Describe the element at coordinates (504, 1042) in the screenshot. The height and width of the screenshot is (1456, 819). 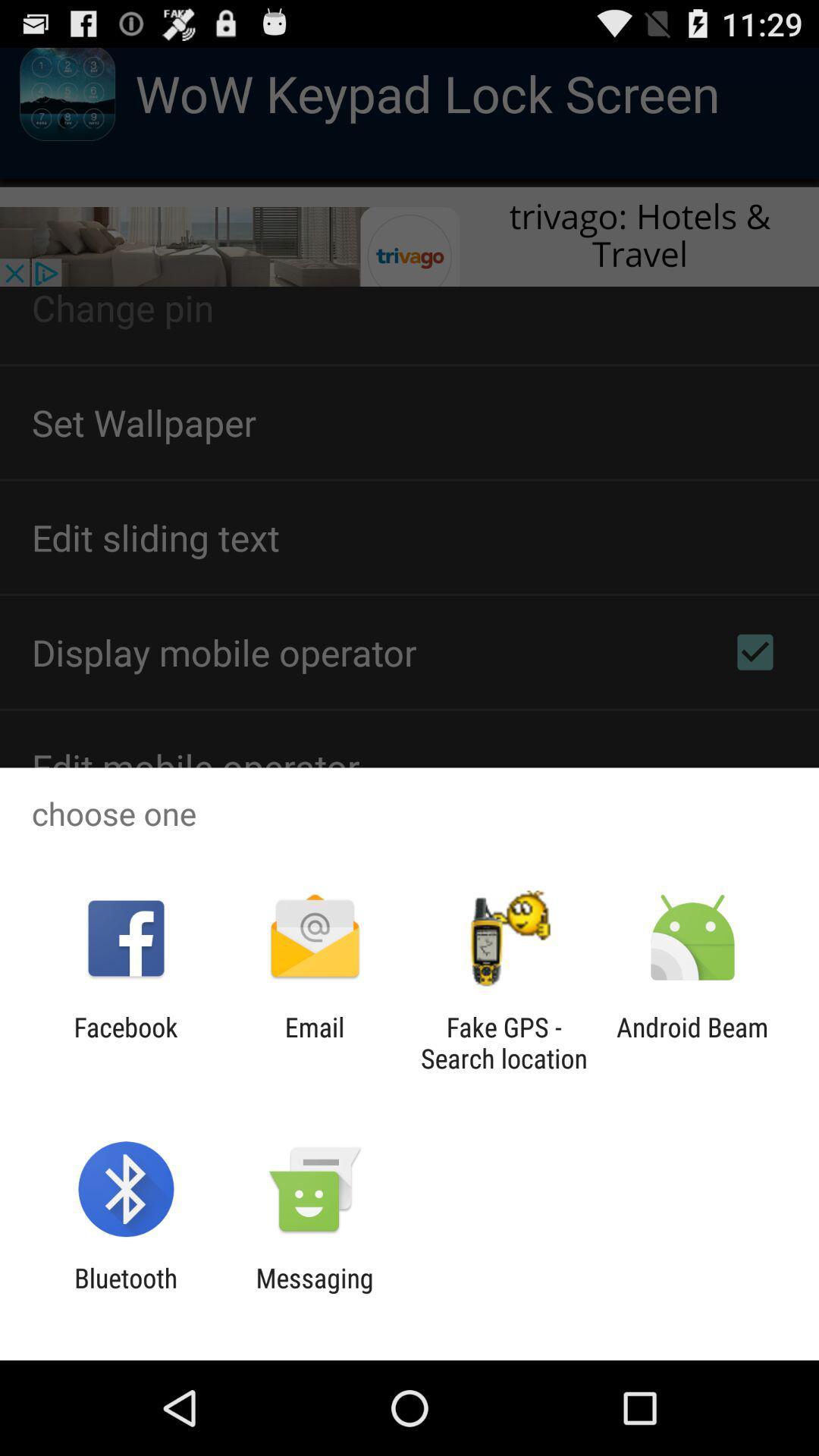
I see `the fake gps search icon` at that location.